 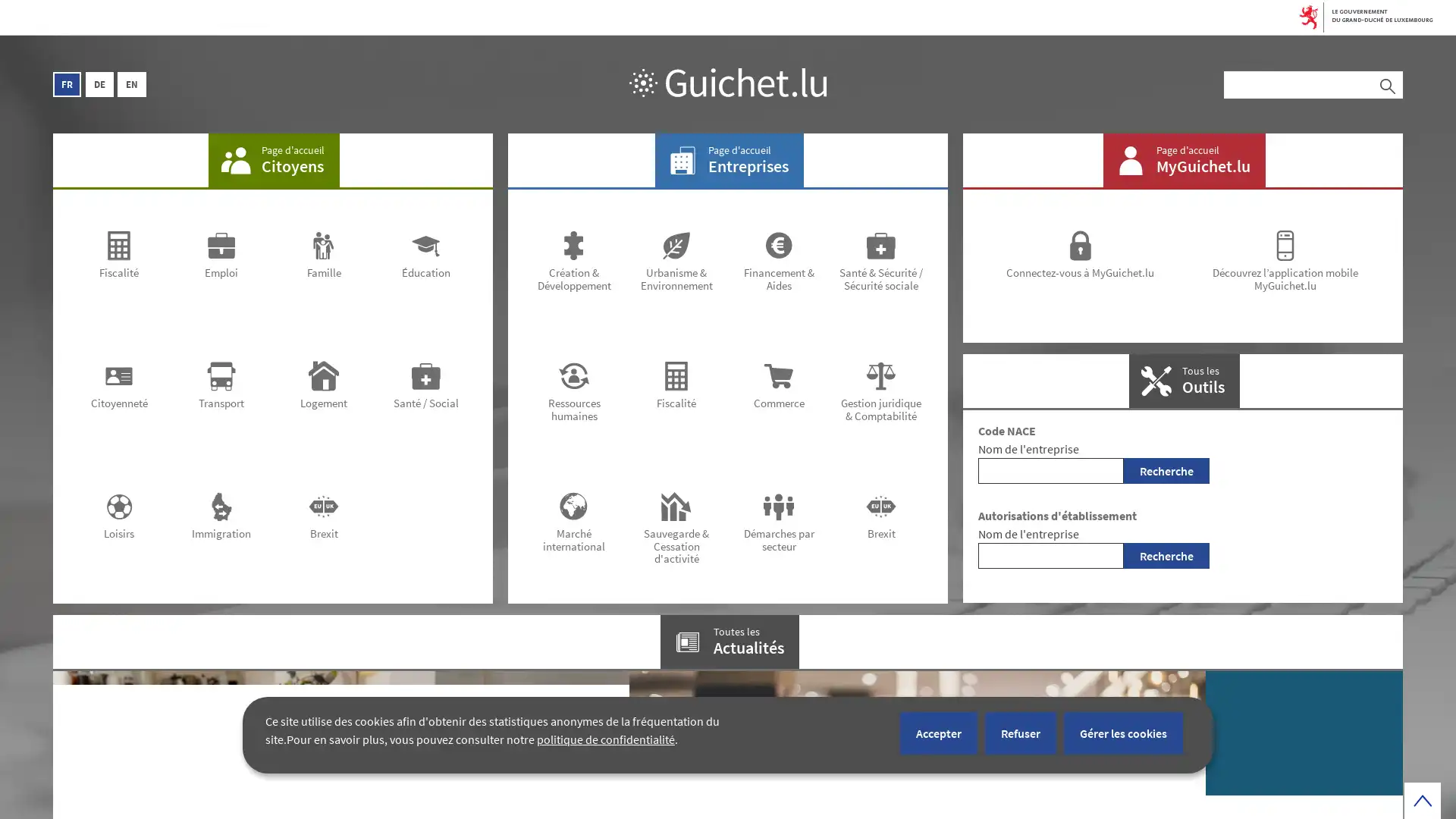 I want to click on Recherche, so click(x=1165, y=555).